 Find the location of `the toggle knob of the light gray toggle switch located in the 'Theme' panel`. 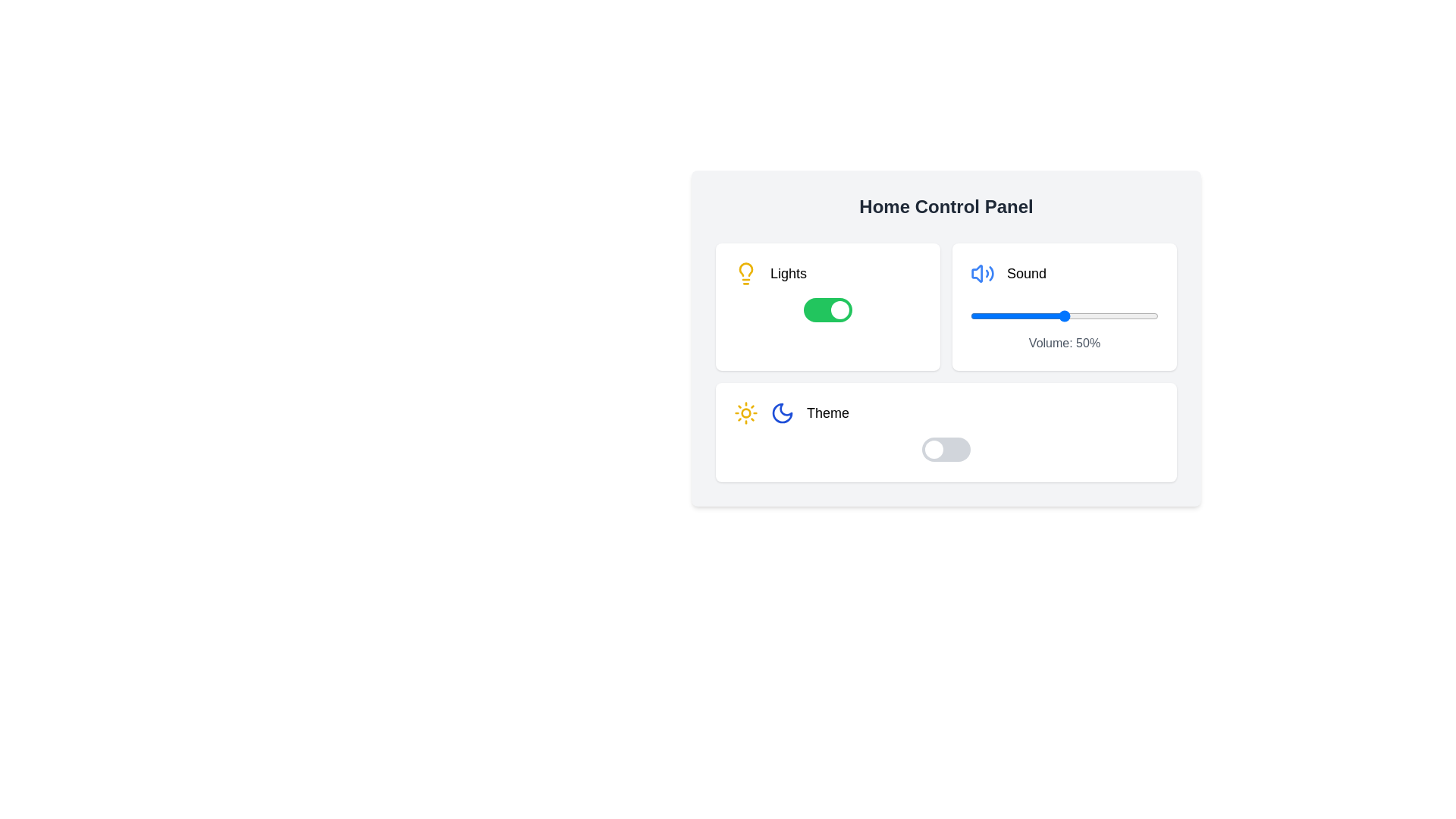

the toggle knob of the light gray toggle switch located in the 'Theme' panel is located at coordinates (946, 449).